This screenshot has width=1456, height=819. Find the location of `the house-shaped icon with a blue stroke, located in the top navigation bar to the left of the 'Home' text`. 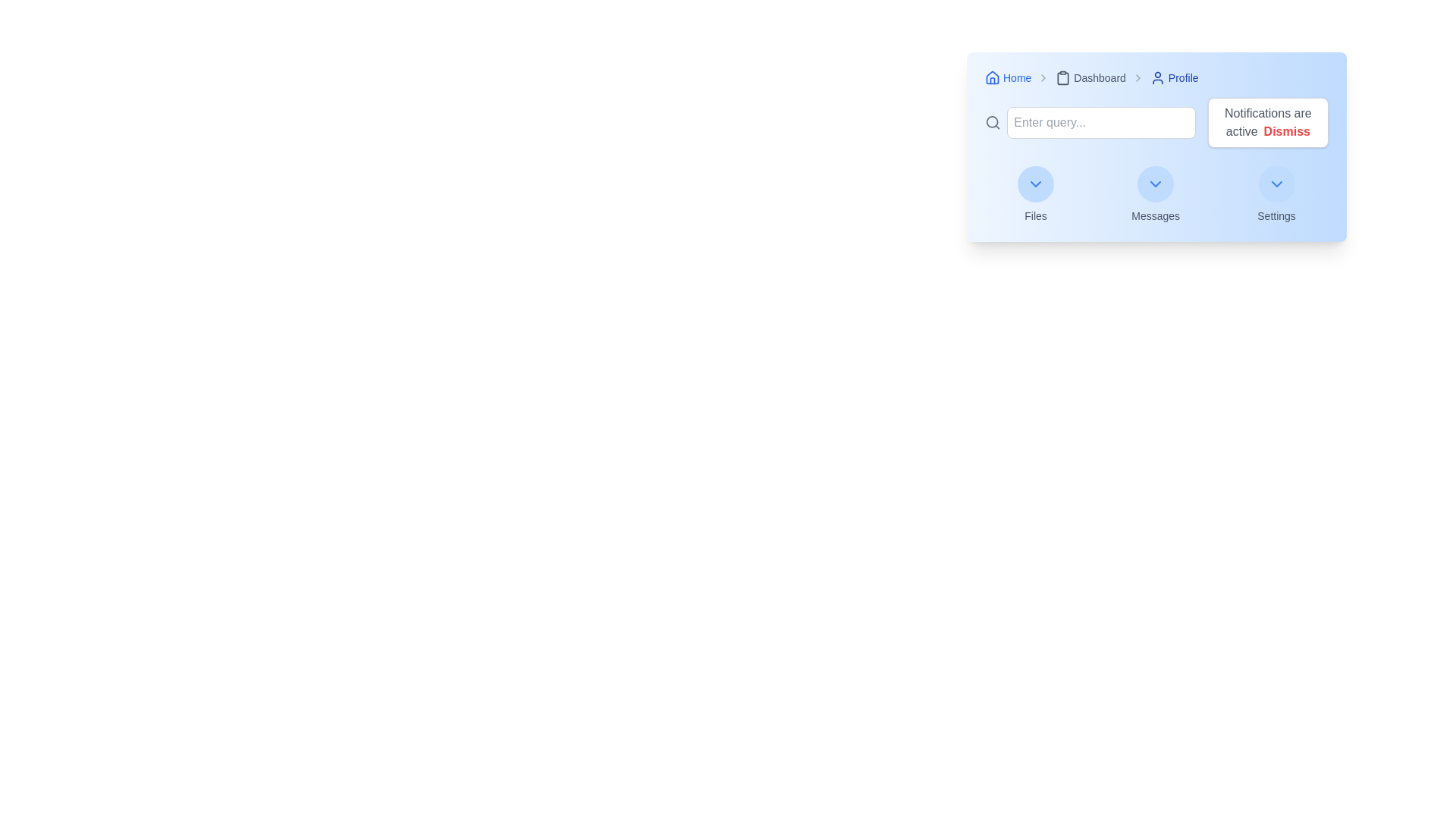

the house-shaped icon with a blue stroke, located in the top navigation bar to the left of the 'Home' text is located at coordinates (993, 78).